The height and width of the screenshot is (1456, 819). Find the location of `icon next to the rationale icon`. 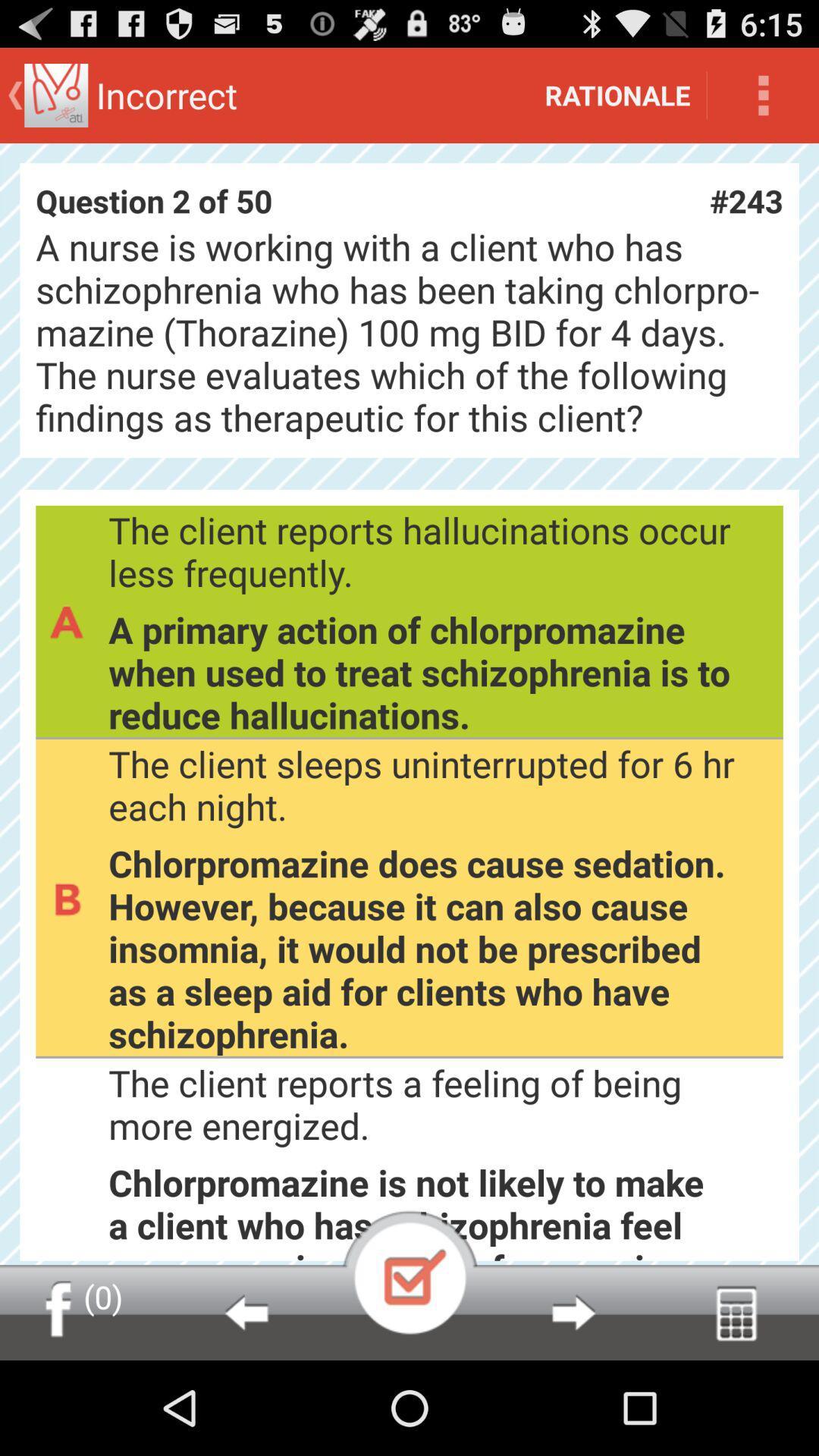

icon next to the rationale icon is located at coordinates (763, 94).